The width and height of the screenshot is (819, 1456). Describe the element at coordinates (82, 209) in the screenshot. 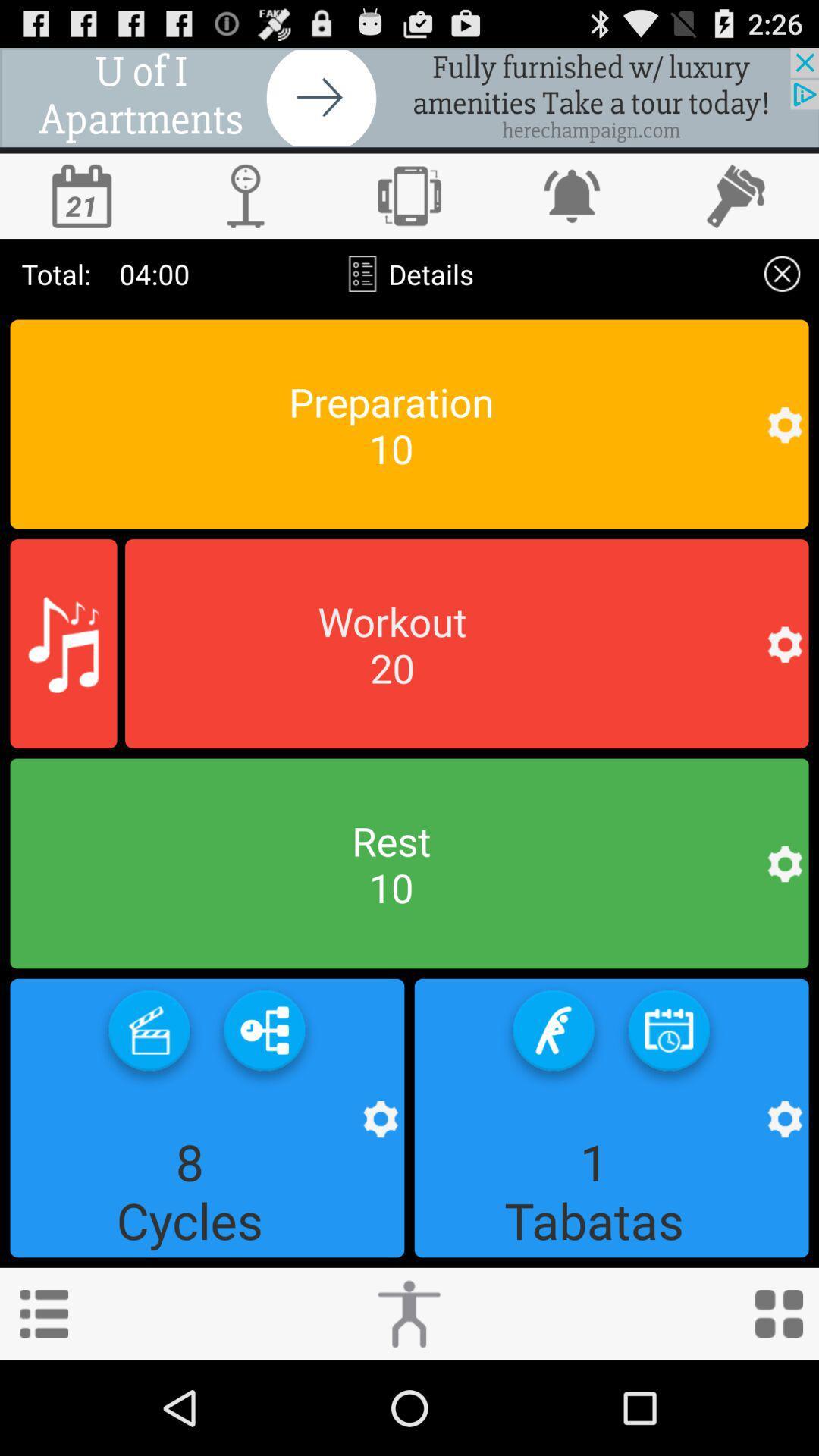

I see `the date_range icon` at that location.